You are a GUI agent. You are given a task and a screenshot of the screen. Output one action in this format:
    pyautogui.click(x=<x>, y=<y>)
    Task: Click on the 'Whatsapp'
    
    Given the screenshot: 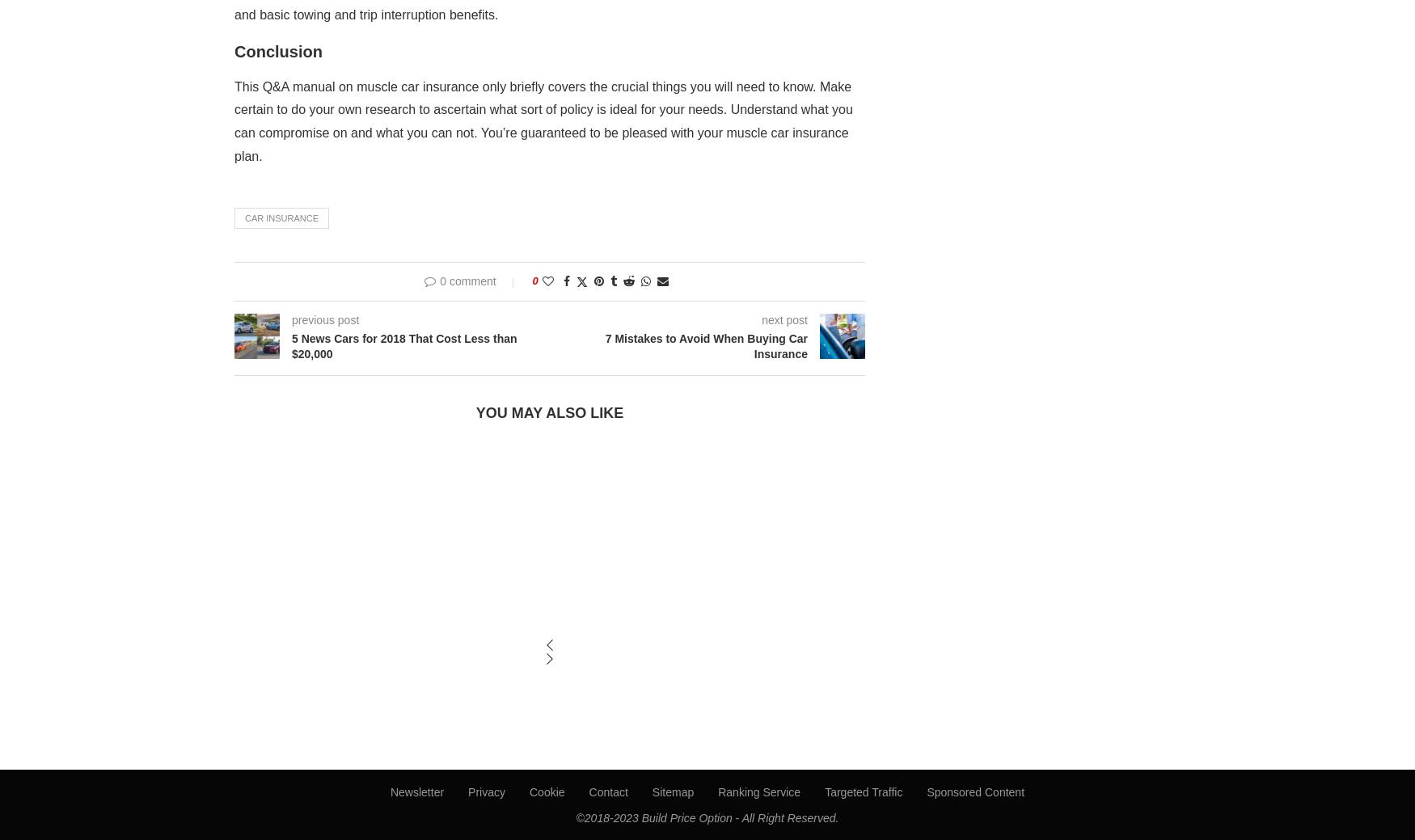 What is the action you would take?
    pyautogui.click(x=644, y=314)
    